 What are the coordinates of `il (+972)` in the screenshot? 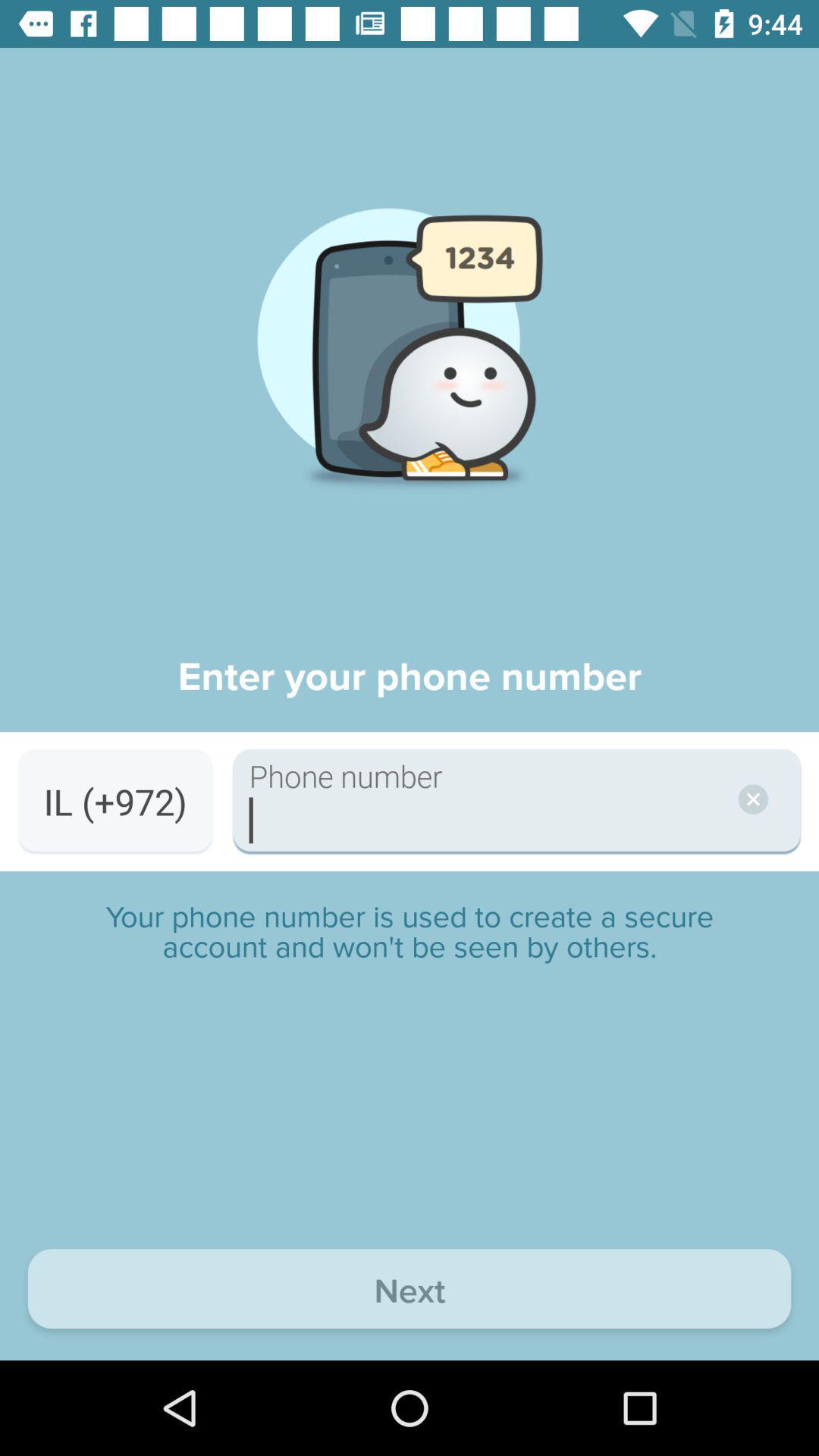 It's located at (115, 801).